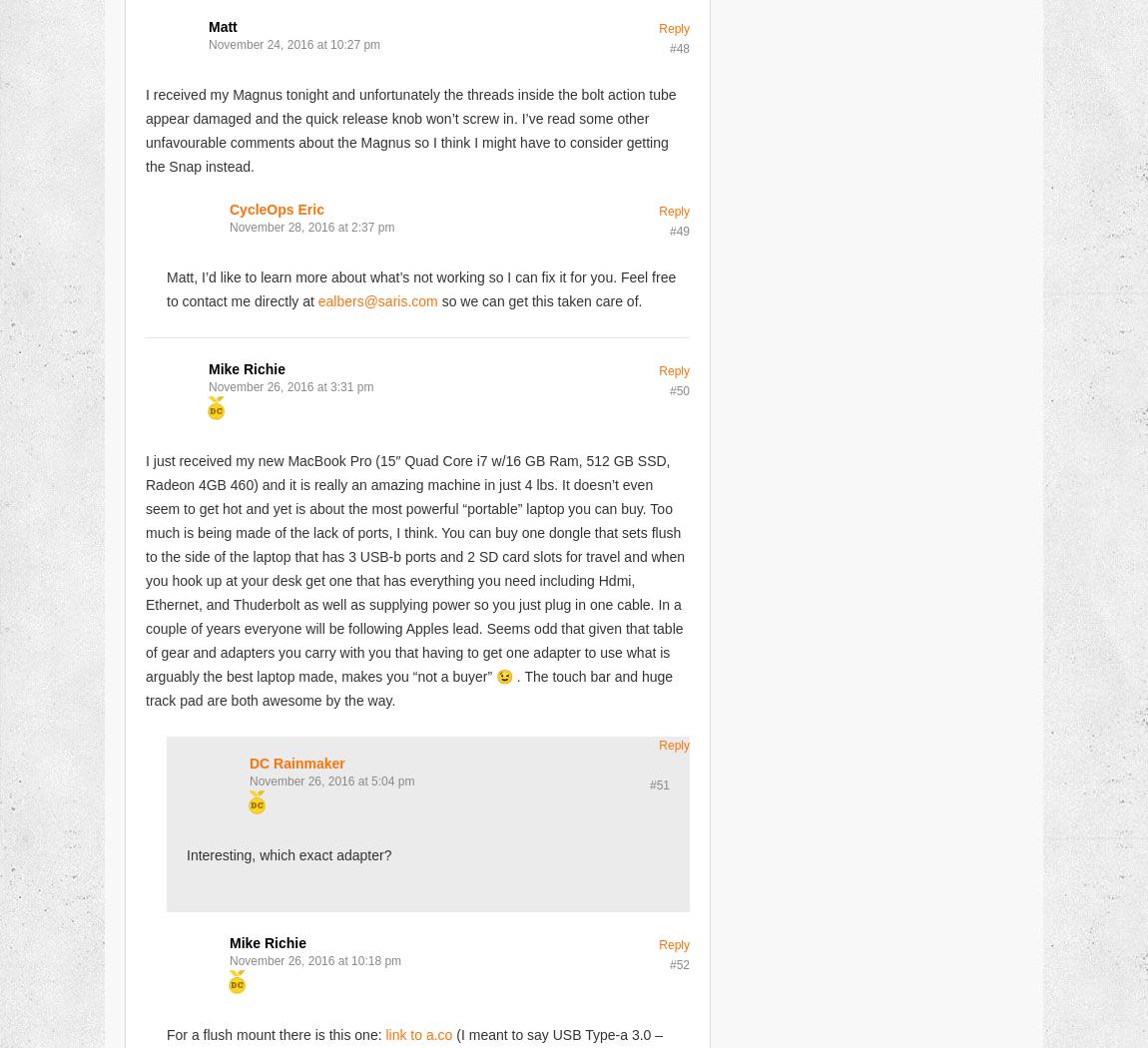 The image size is (1148, 1048). What do you see at coordinates (667, 46) in the screenshot?
I see `'#48'` at bounding box center [667, 46].